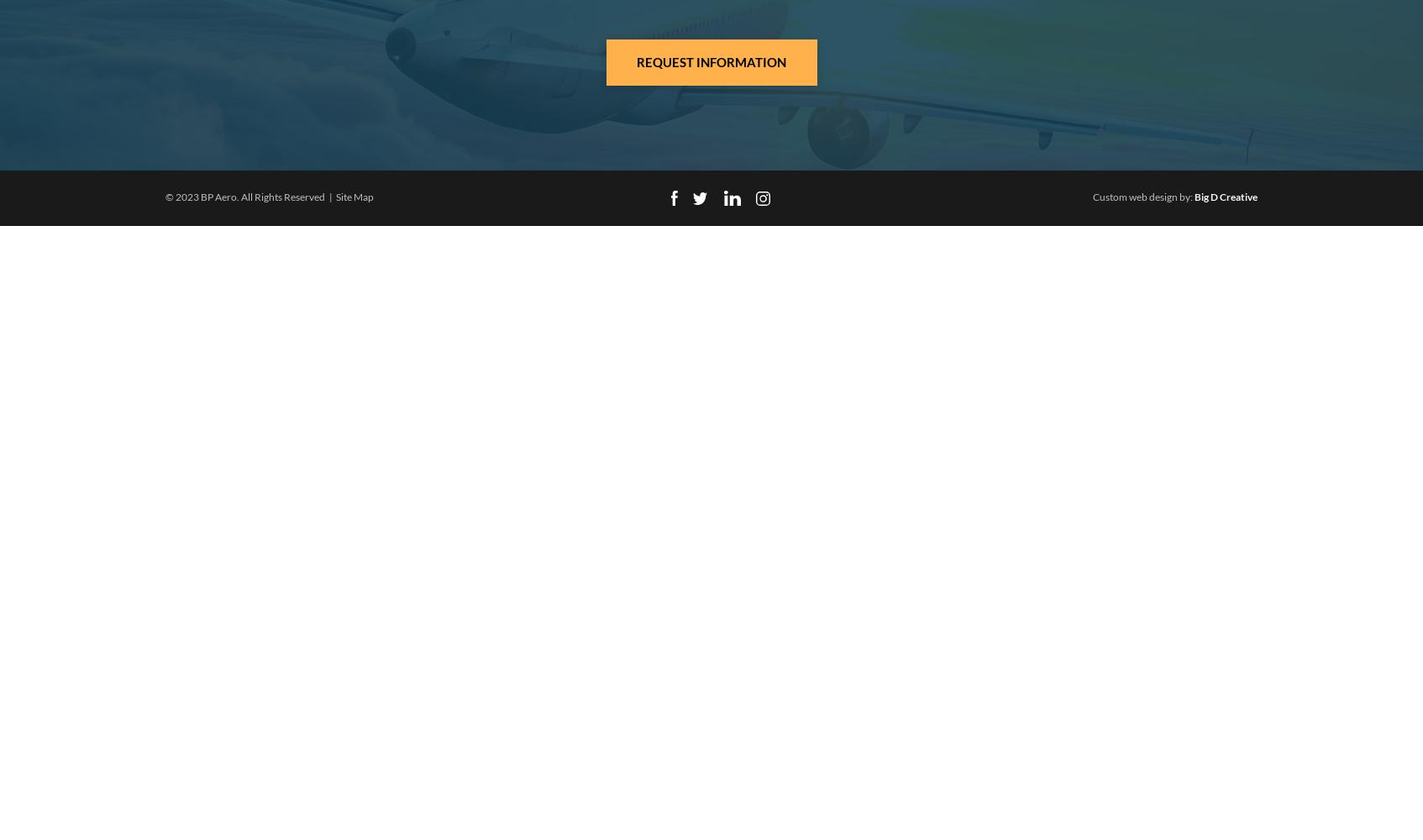 This screenshot has height=840, width=1423. What do you see at coordinates (354, 196) in the screenshot?
I see `'Site Map'` at bounding box center [354, 196].